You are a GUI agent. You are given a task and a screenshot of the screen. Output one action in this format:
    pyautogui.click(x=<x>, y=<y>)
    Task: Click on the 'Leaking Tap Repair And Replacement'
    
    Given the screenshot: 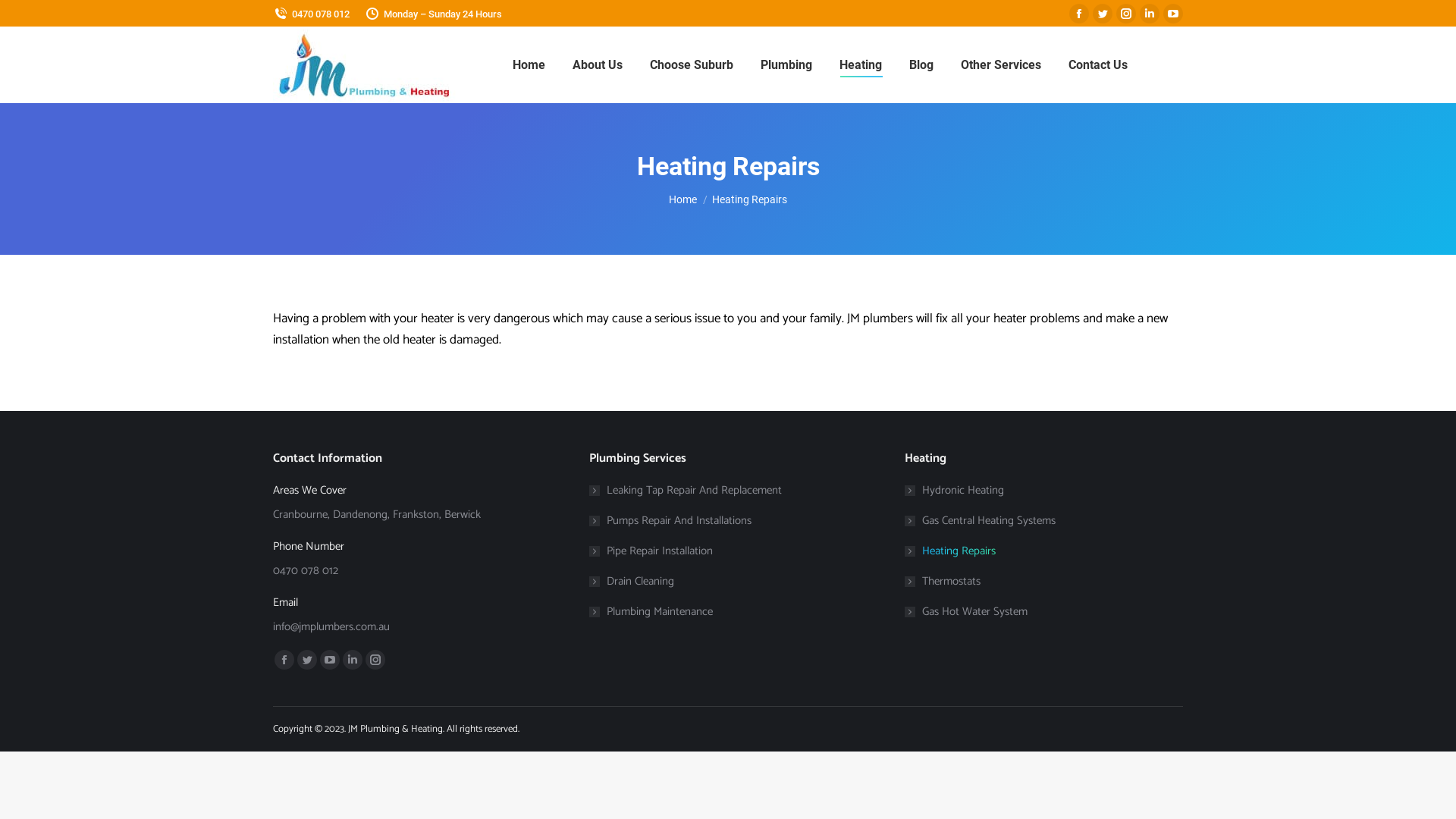 What is the action you would take?
    pyautogui.click(x=684, y=490)
    